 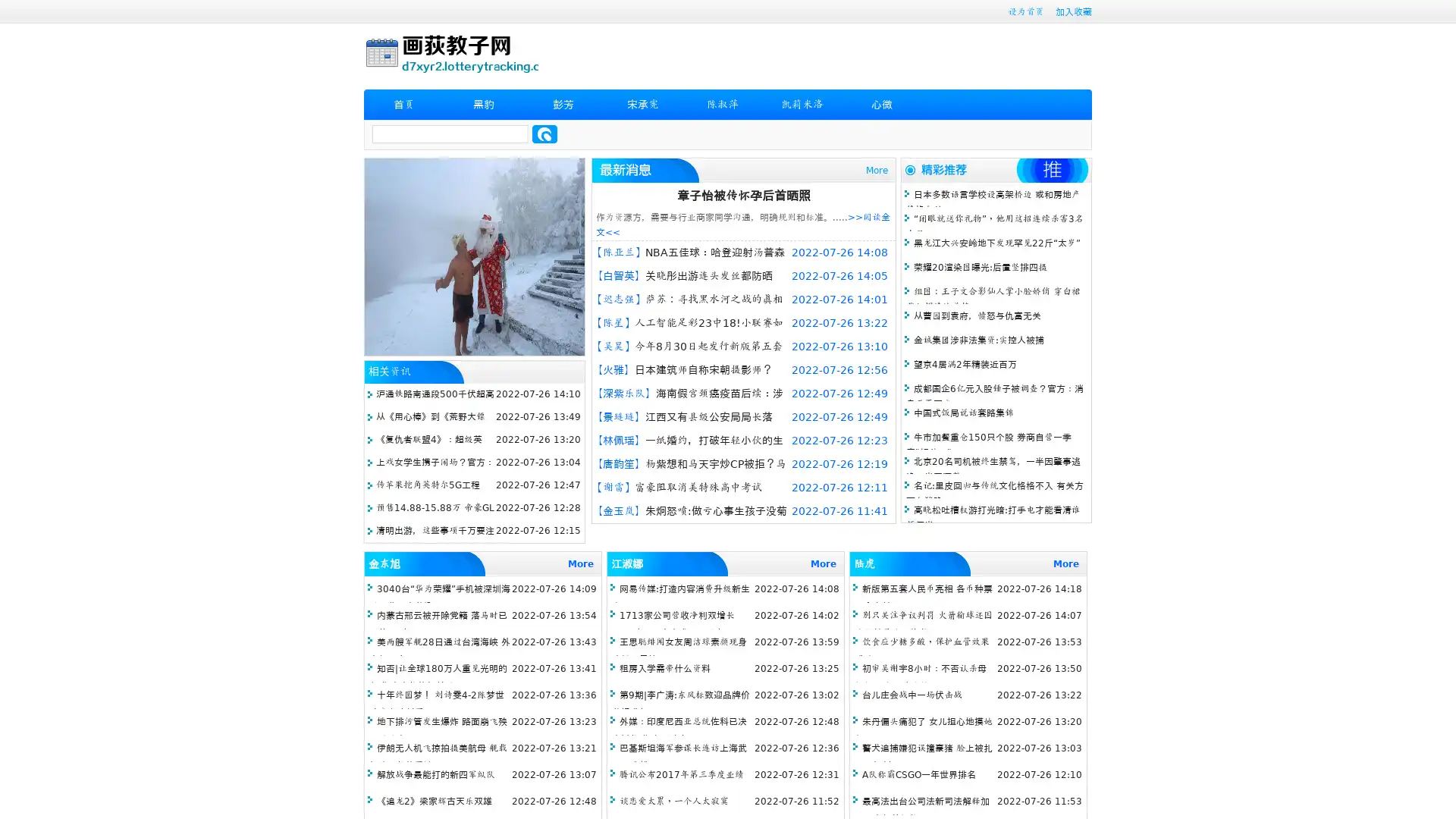 What do you see at coordinates (544, 133) in the screenshot?
I see `Search` at bounding box center [544, 133].